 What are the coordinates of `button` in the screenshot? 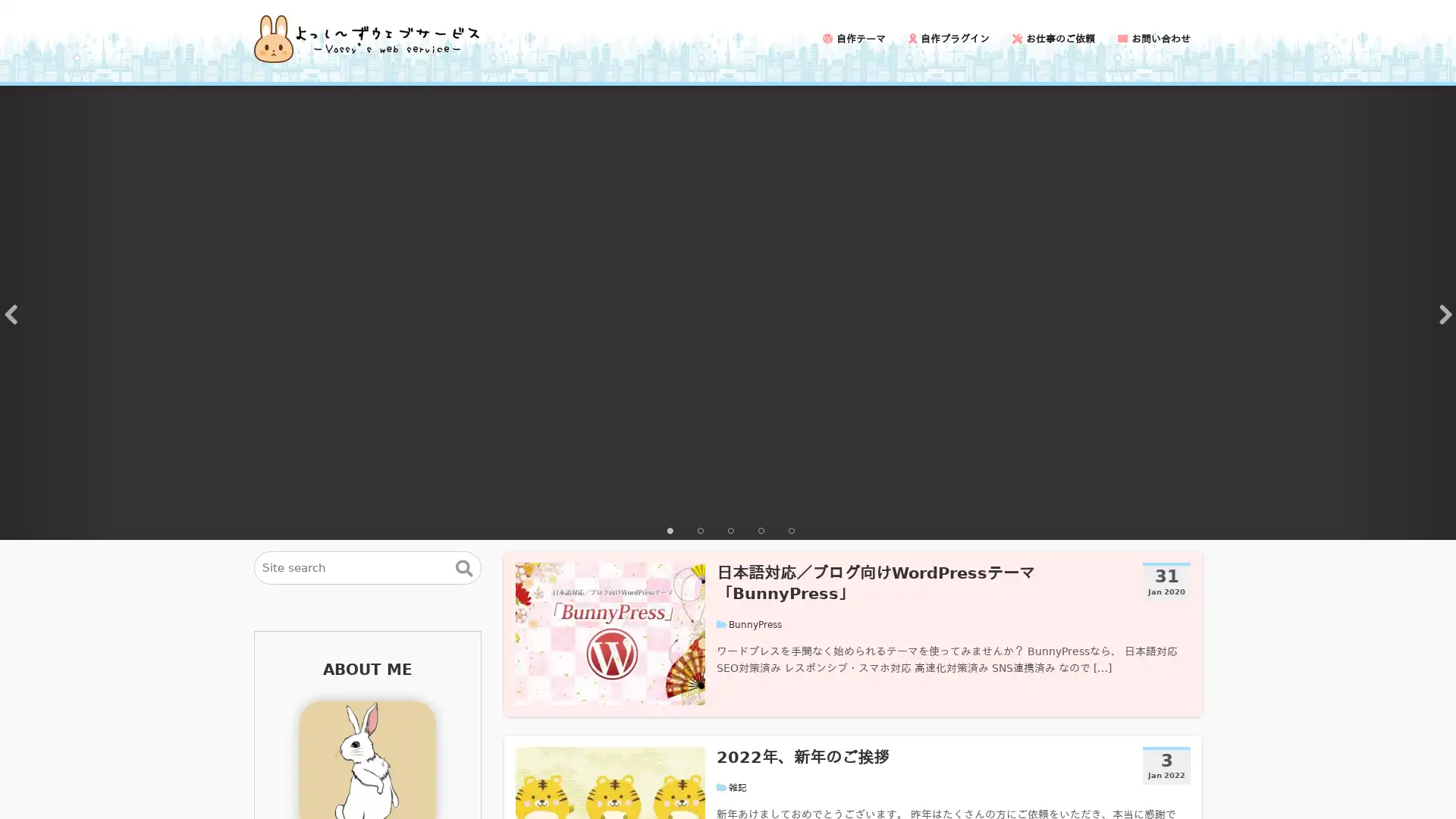 It's located at (463, 567).